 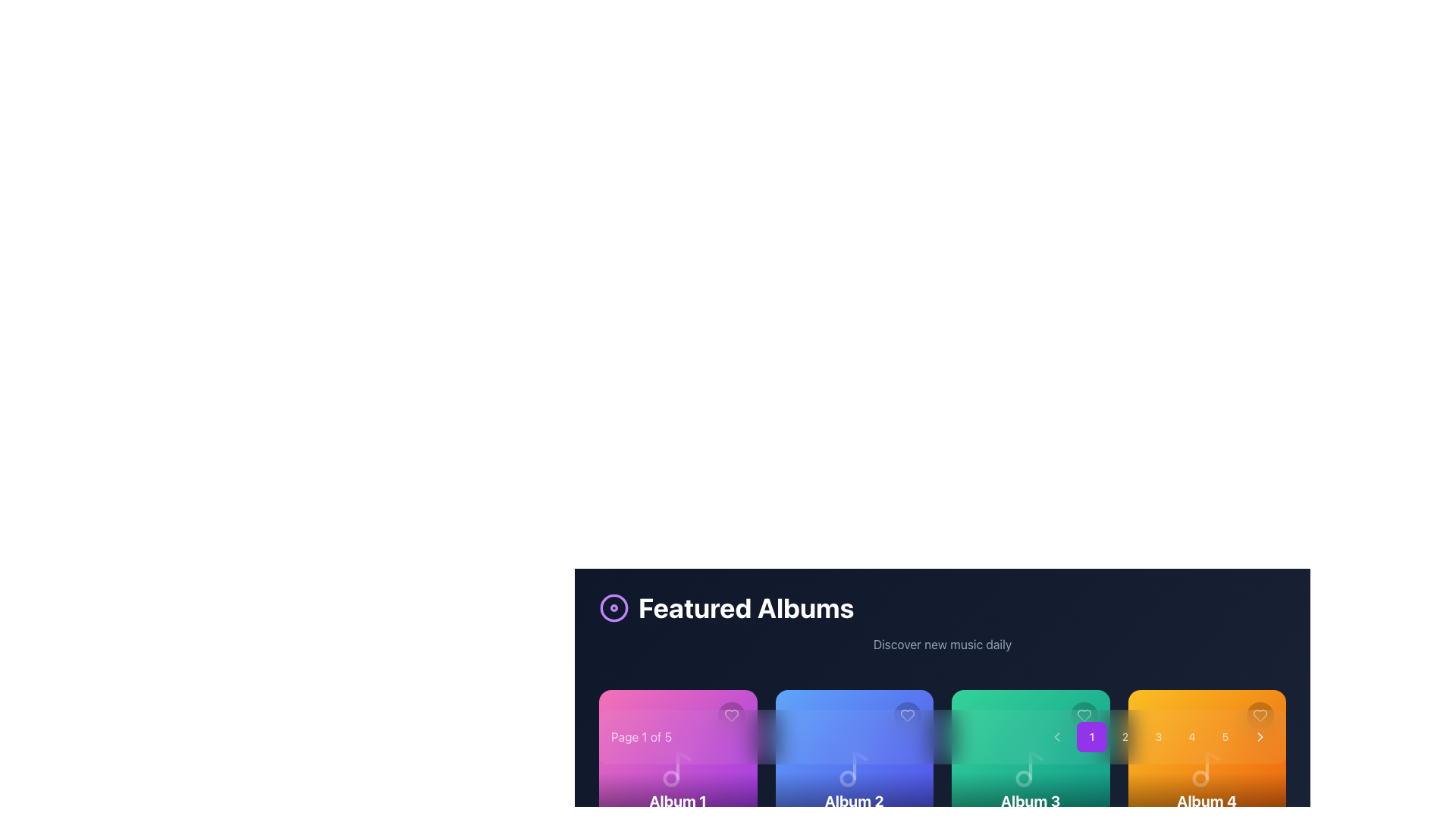 I want to click on the favorite button located in the top-right corner of the 'Album 4' card, so click(x=1260, y=716).